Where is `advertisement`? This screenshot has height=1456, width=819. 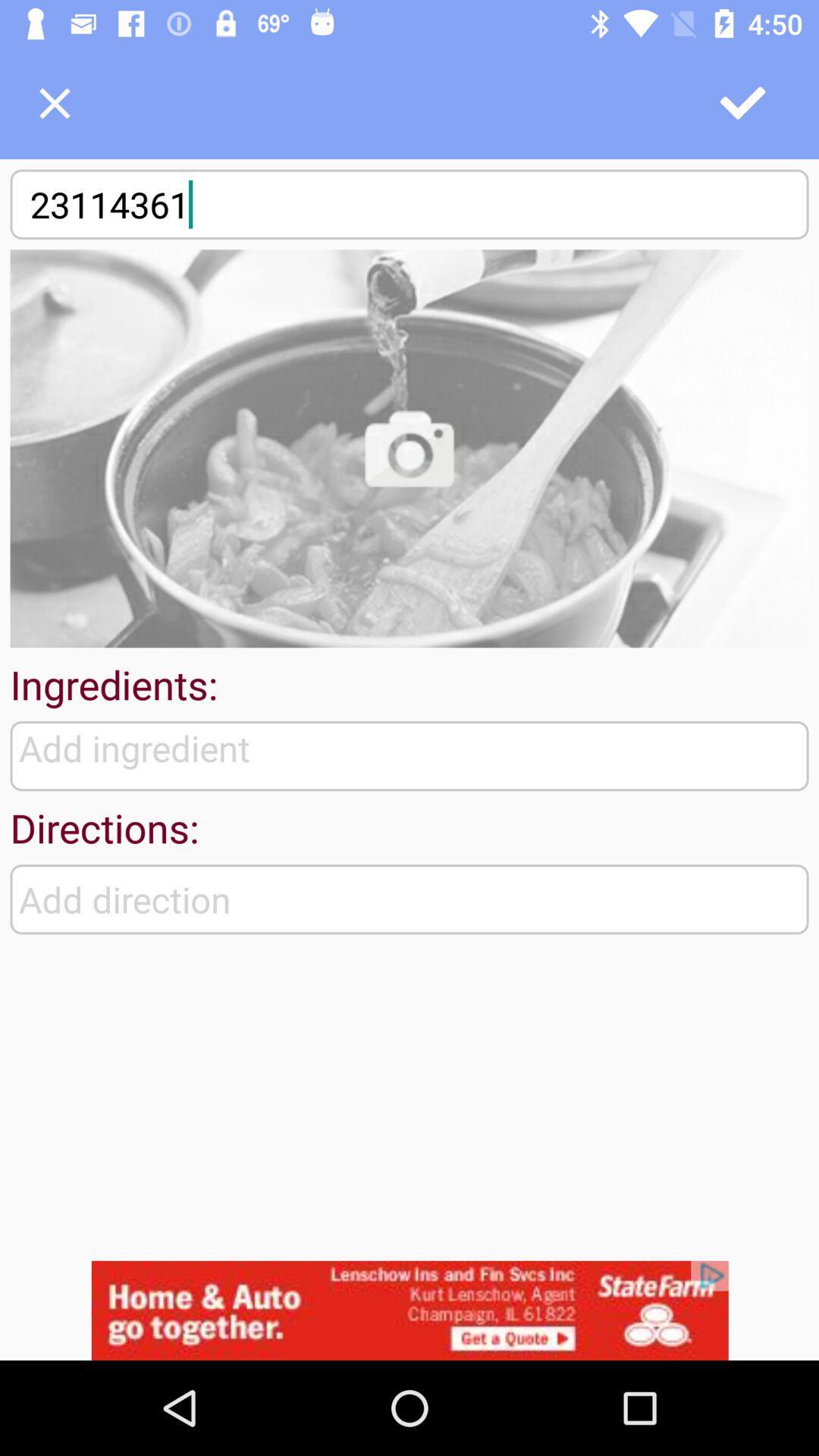
advertisement is located at coordinates (409, 1310).